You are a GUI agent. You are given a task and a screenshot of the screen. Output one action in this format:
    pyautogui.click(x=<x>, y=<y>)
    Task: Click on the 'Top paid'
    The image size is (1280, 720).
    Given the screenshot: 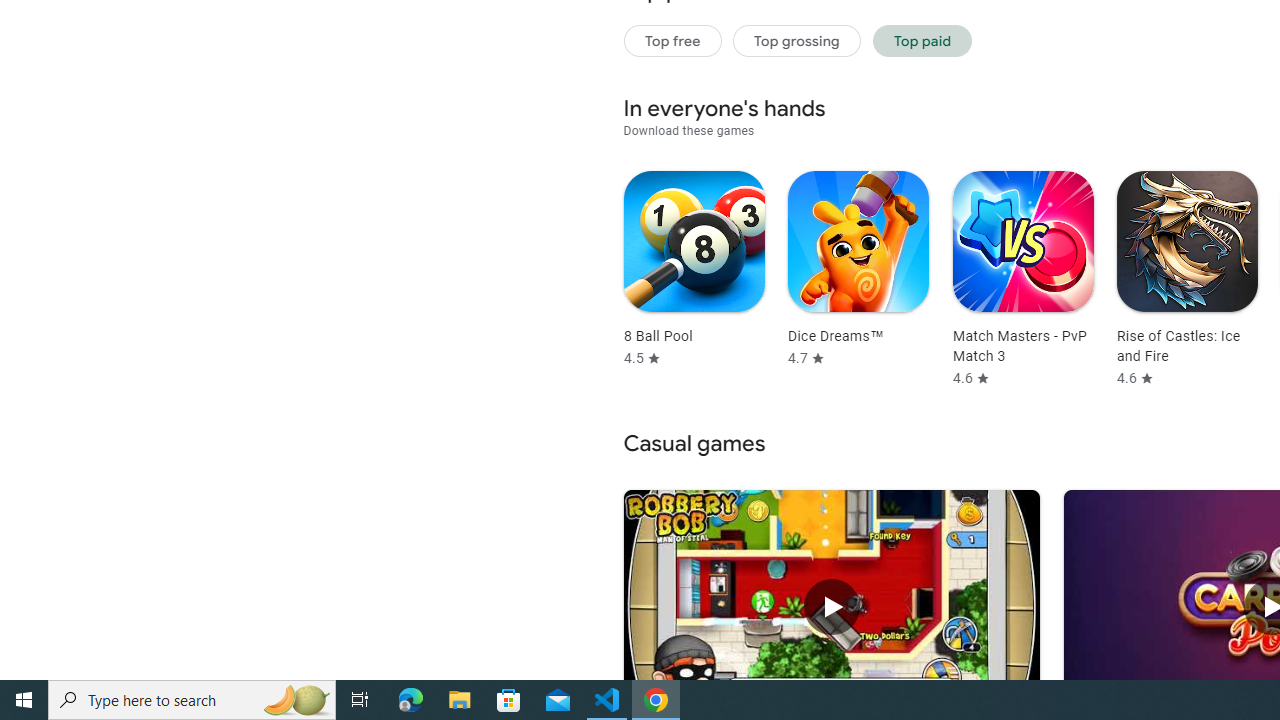 What is the action you would take?
    pyautogui.click(x=921, y=40)
    